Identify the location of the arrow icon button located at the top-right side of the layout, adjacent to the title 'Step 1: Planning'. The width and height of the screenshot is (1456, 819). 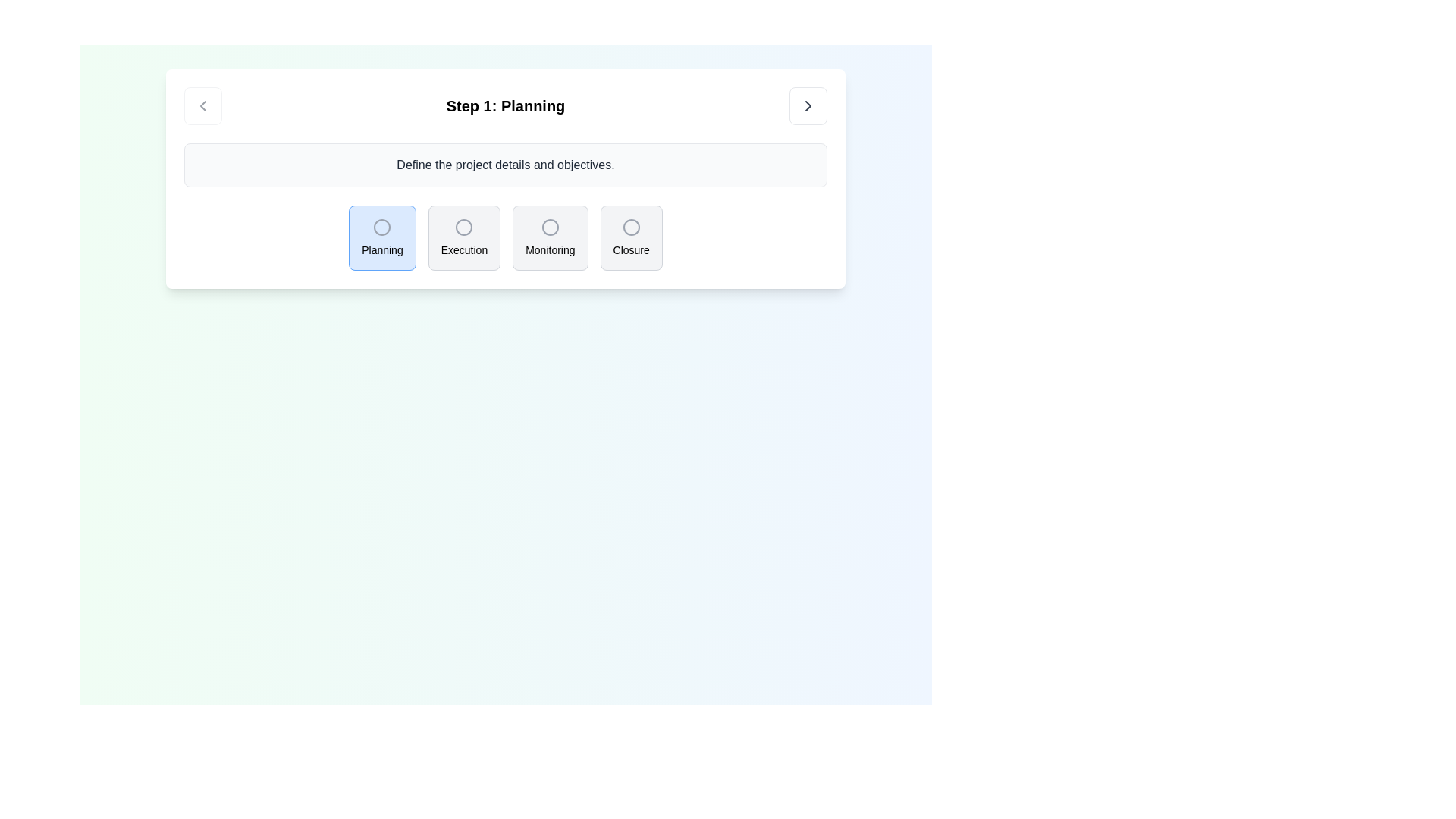
(807, 105).